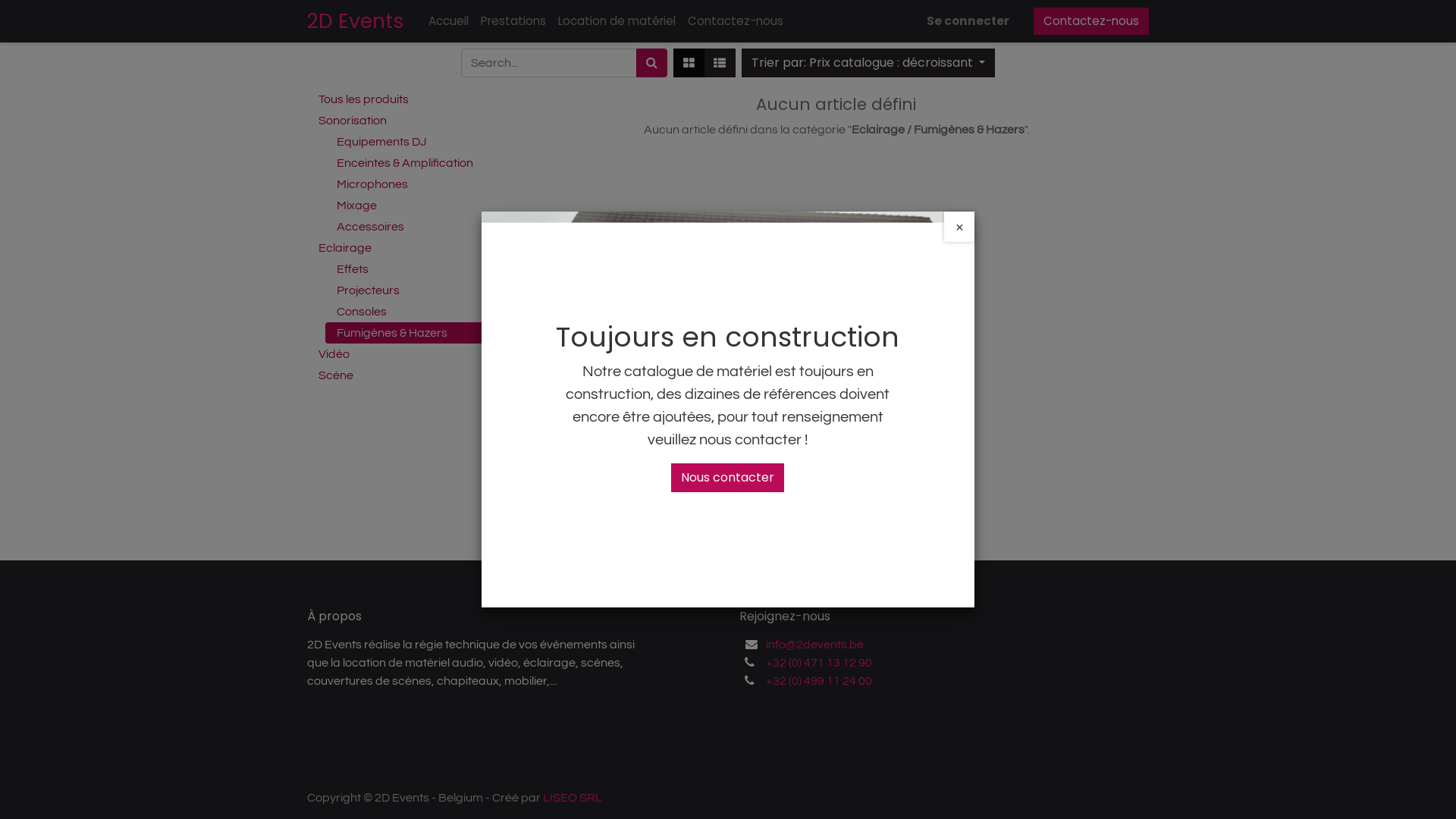 This screenshot has height=819, width=1456. What do you see at coordinates (814, 644) in the screenshot?
I see `'info@2devents.be'` at bounding box center [814, 644].